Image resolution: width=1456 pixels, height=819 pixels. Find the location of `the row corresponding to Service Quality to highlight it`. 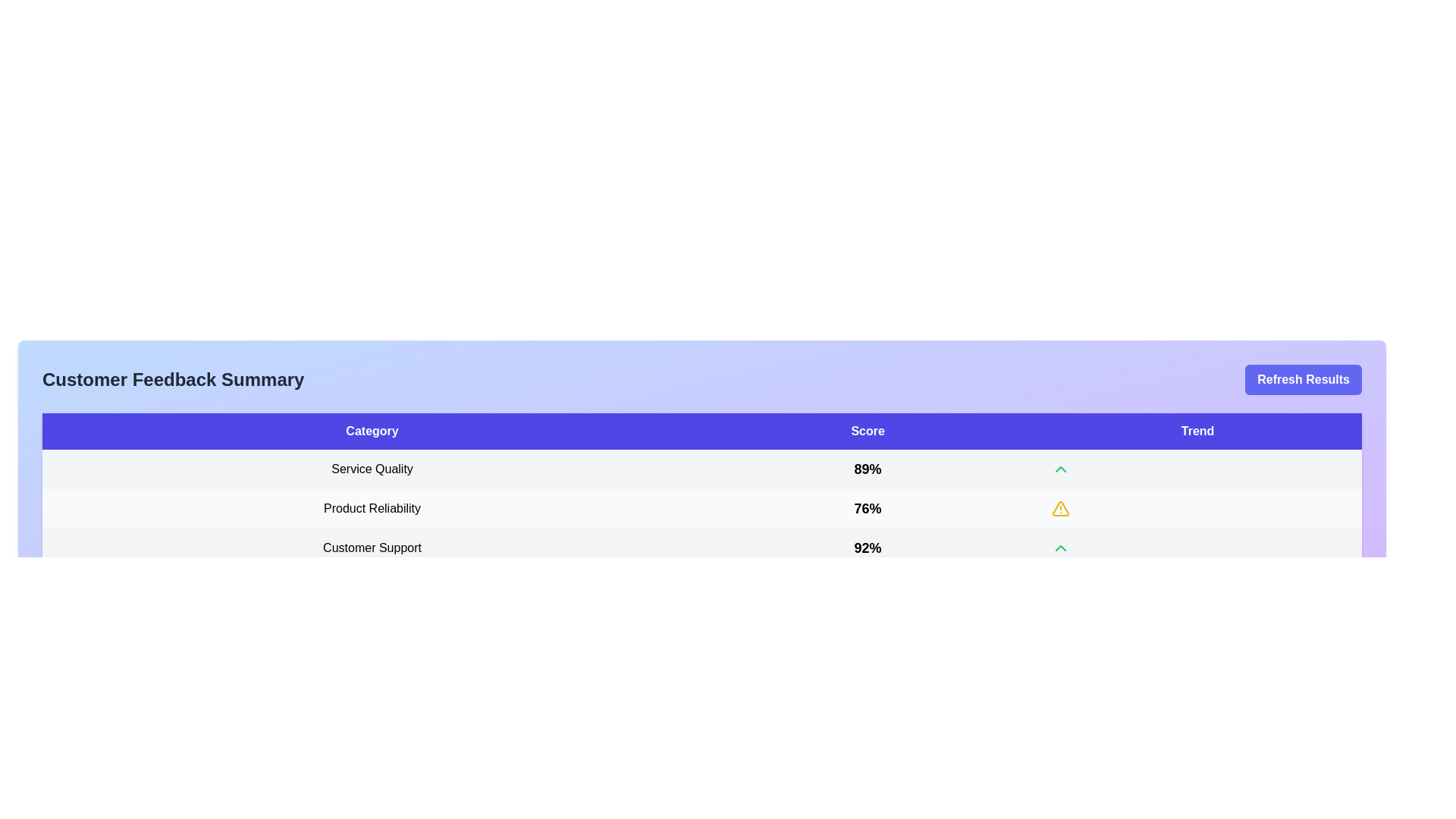

the row corresponding to Service Quality to highlight it is located at coordinates (701, 468).